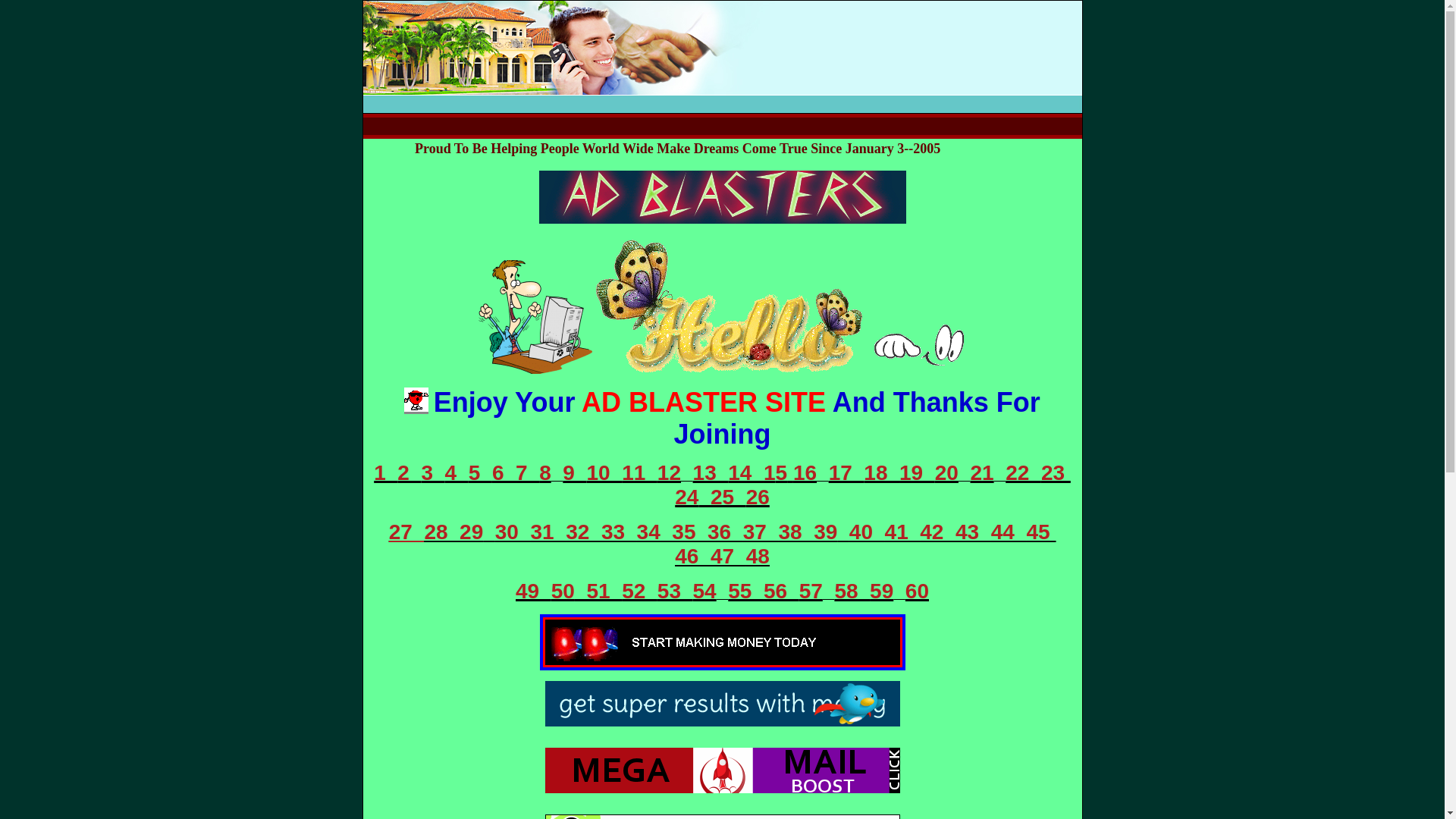  Describe the element at coordinates (934, 472) in the screenshot. I see `'20'` at that location.